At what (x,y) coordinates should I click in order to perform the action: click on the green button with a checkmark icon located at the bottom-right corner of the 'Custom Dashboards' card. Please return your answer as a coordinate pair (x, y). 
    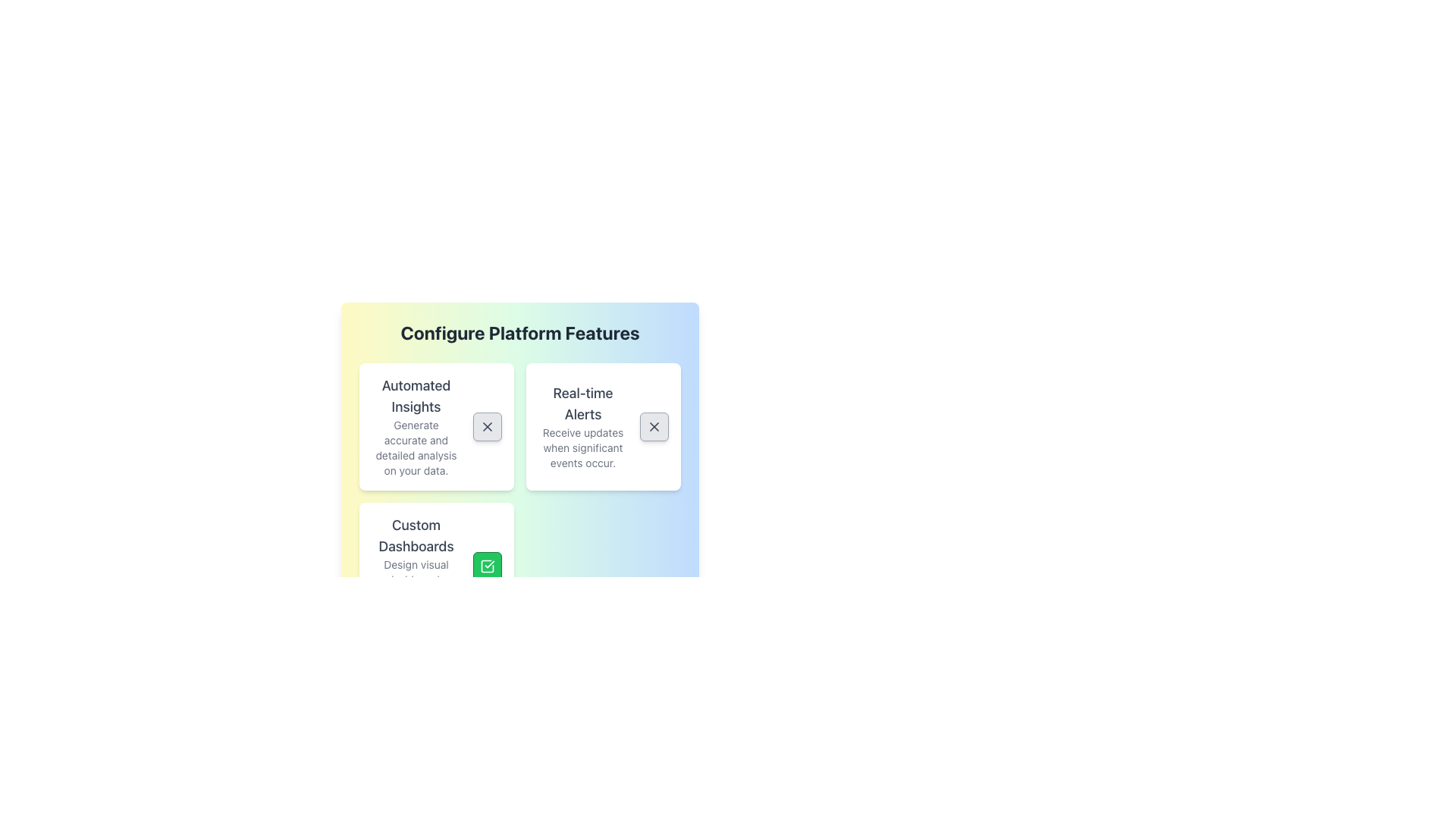
    Looking at the image, I should click on (488, 566).